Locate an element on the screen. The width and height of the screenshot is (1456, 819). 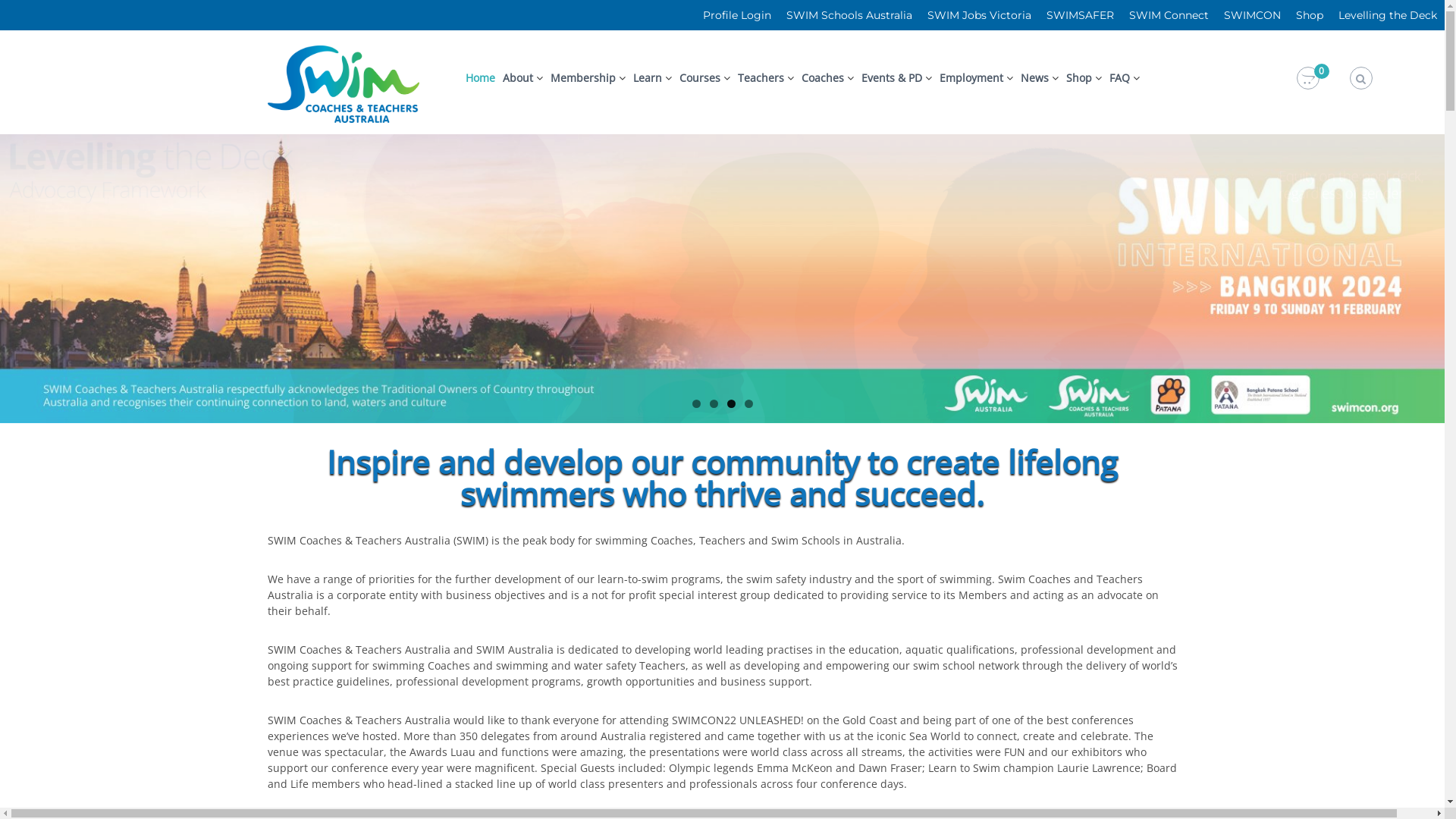
'Shop' is located at coordinates (1309, 14).